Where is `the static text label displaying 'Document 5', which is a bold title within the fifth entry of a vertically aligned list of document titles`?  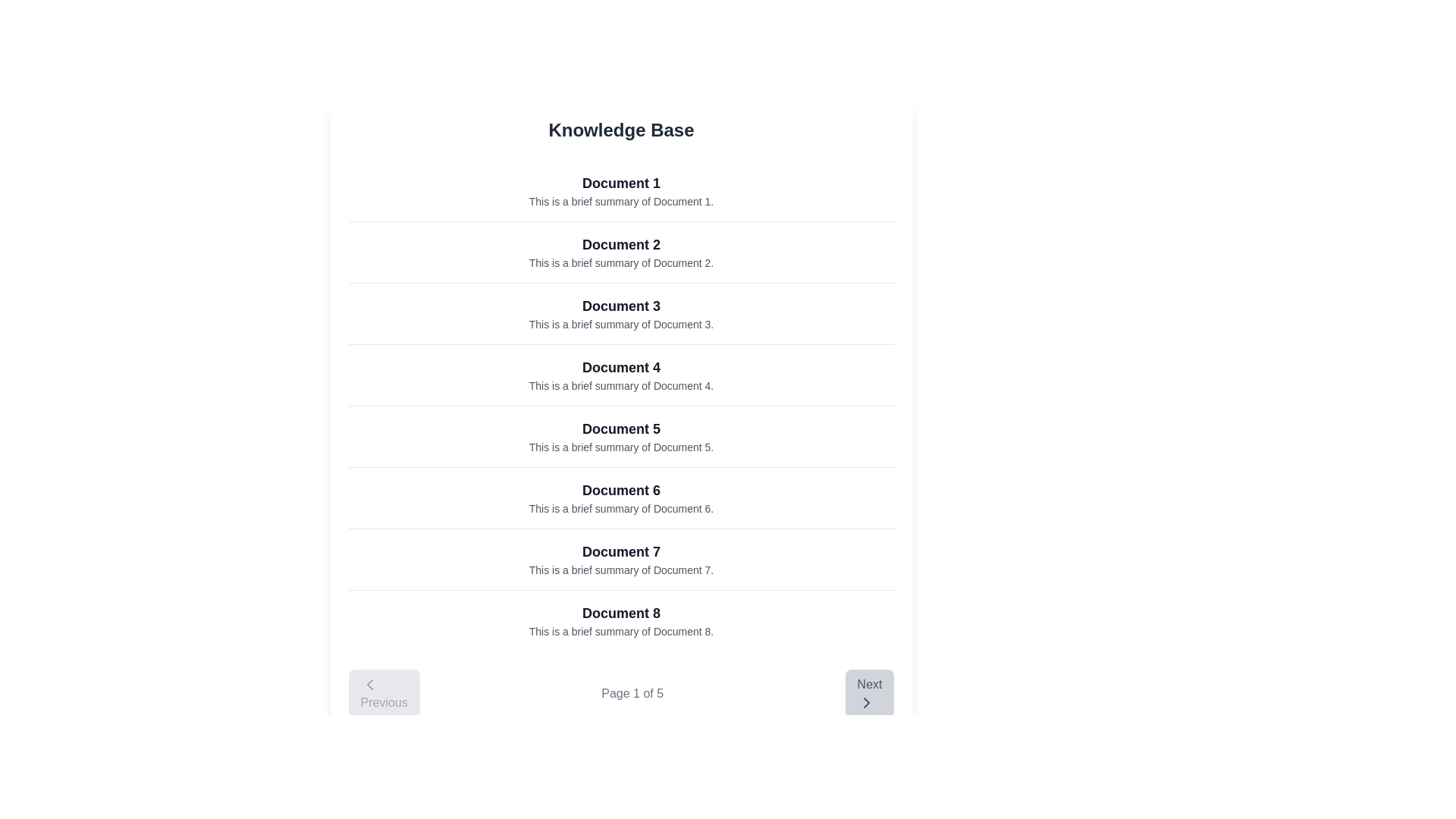 the static text label displaying 'Document 5', which is a bold title within the fifth entry of a vertically aligned list of document titles is located at coordinates (621, 429).